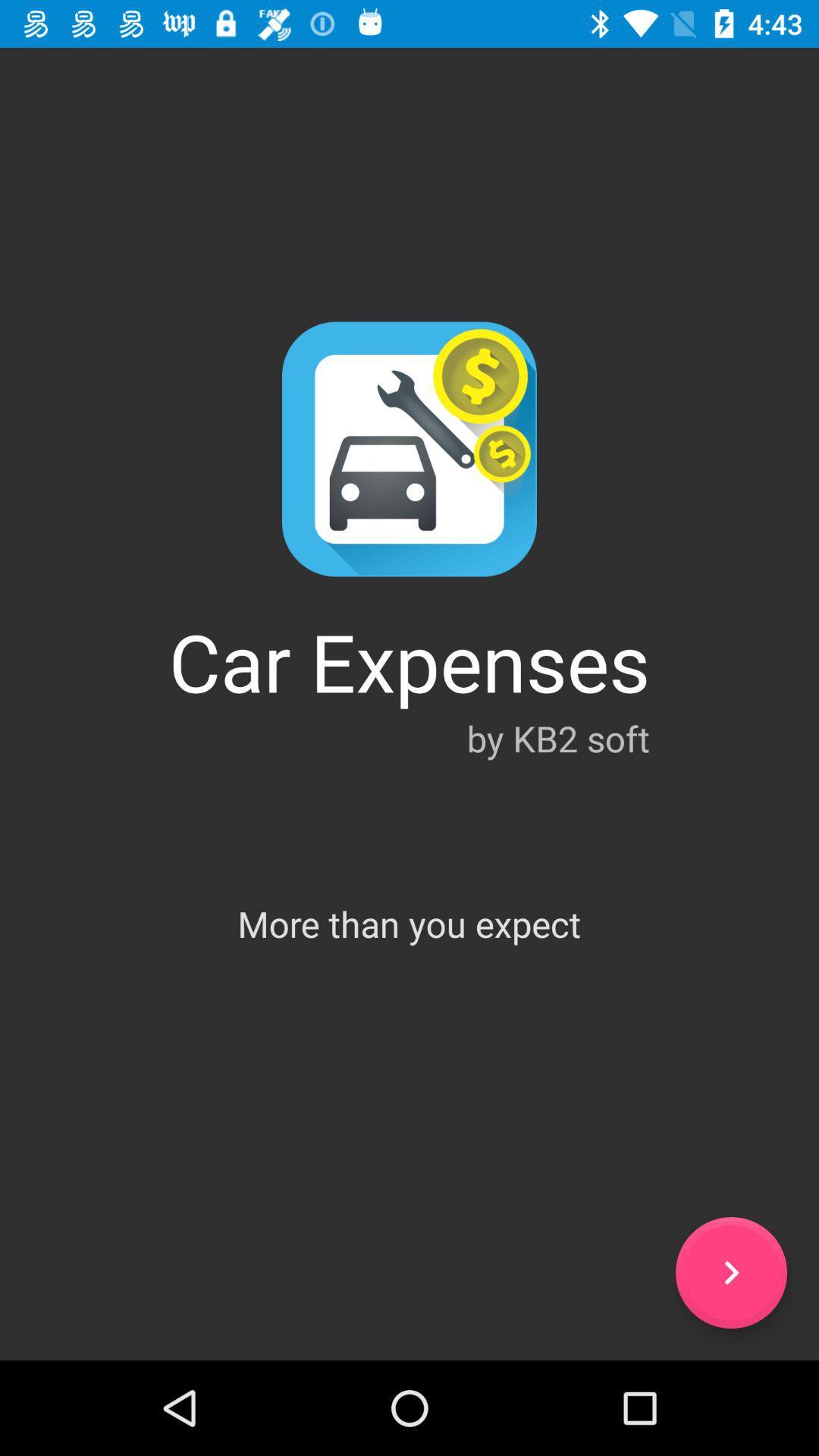 The height and width of the screenshot is (1456, 819). I want to click on icon below more than you item, so click(730, 1272).